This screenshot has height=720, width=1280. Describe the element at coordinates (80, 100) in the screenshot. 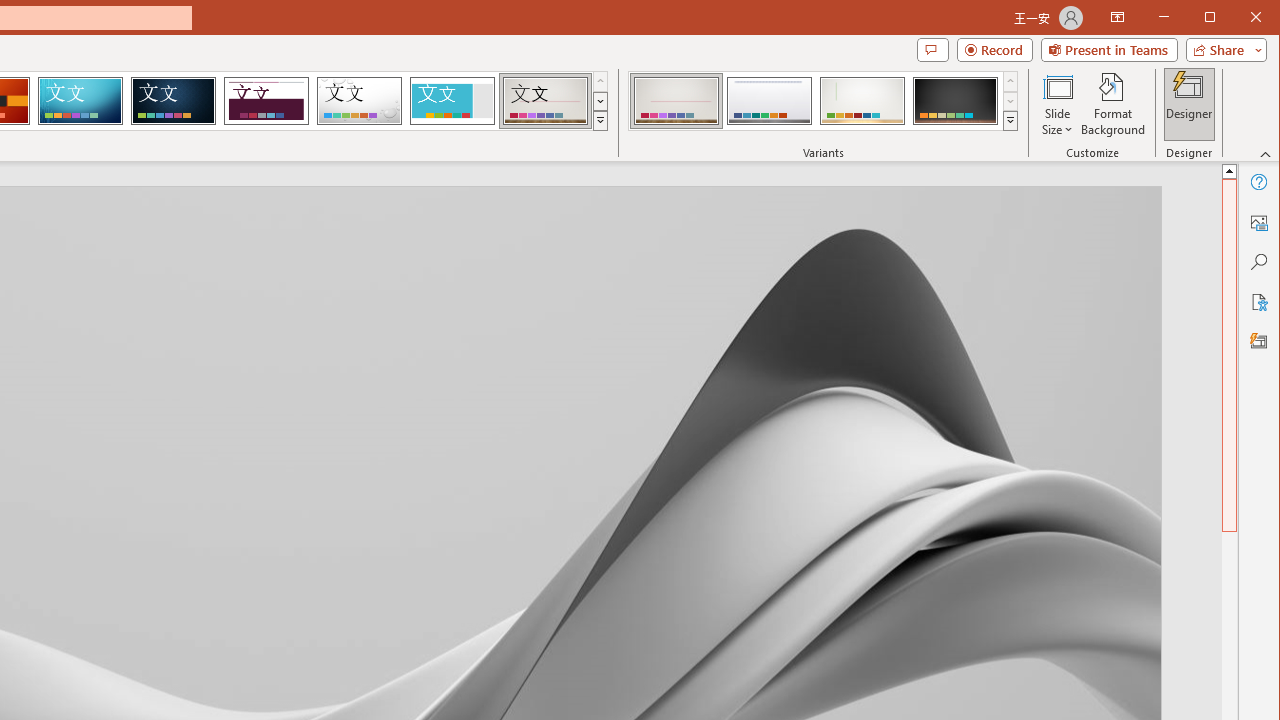

I see `'Circuit'` at that location.